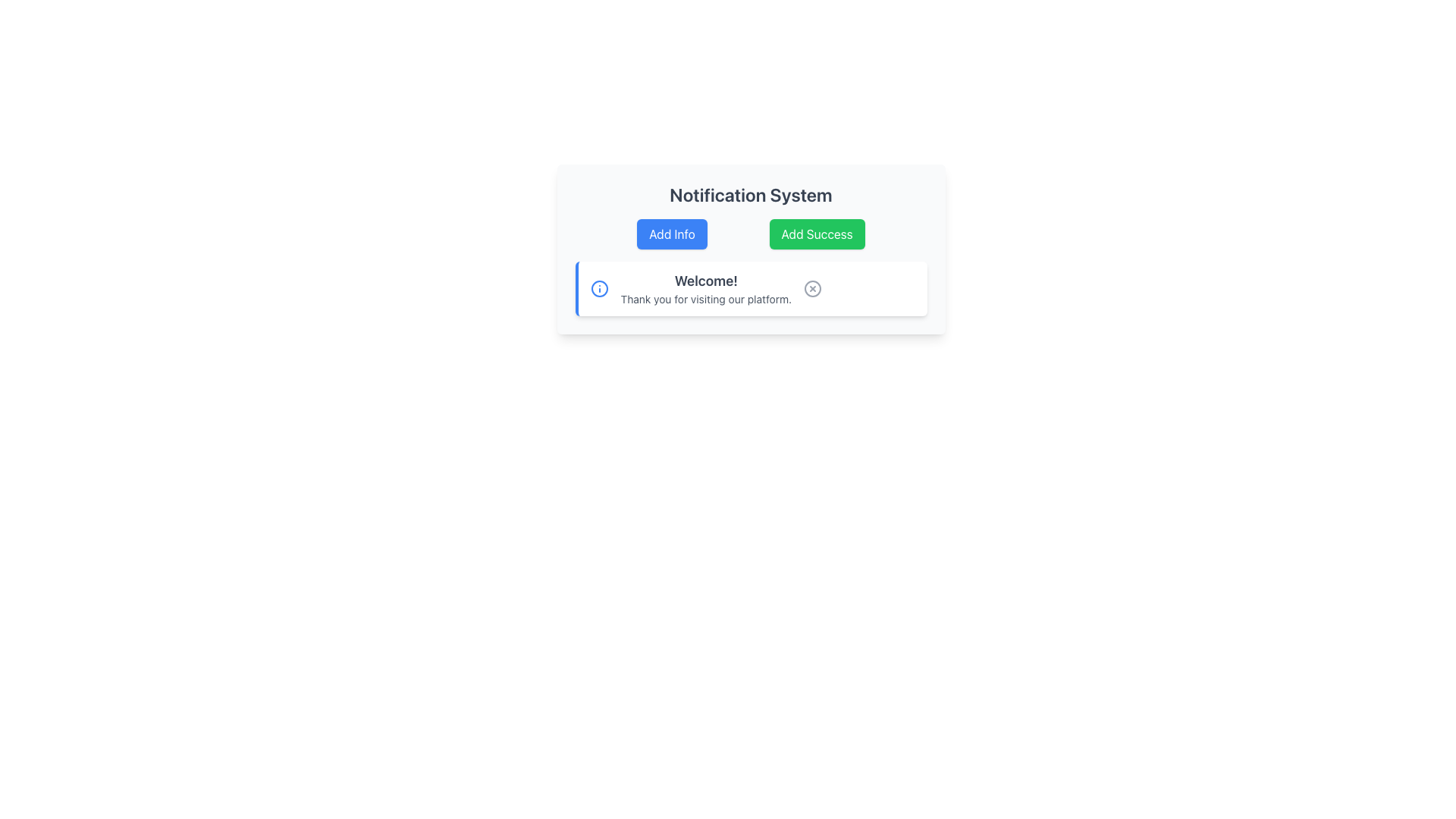  I want to click on the close button styled as an SVG icon in the top-right corner of the notification card, so click(812, 289).